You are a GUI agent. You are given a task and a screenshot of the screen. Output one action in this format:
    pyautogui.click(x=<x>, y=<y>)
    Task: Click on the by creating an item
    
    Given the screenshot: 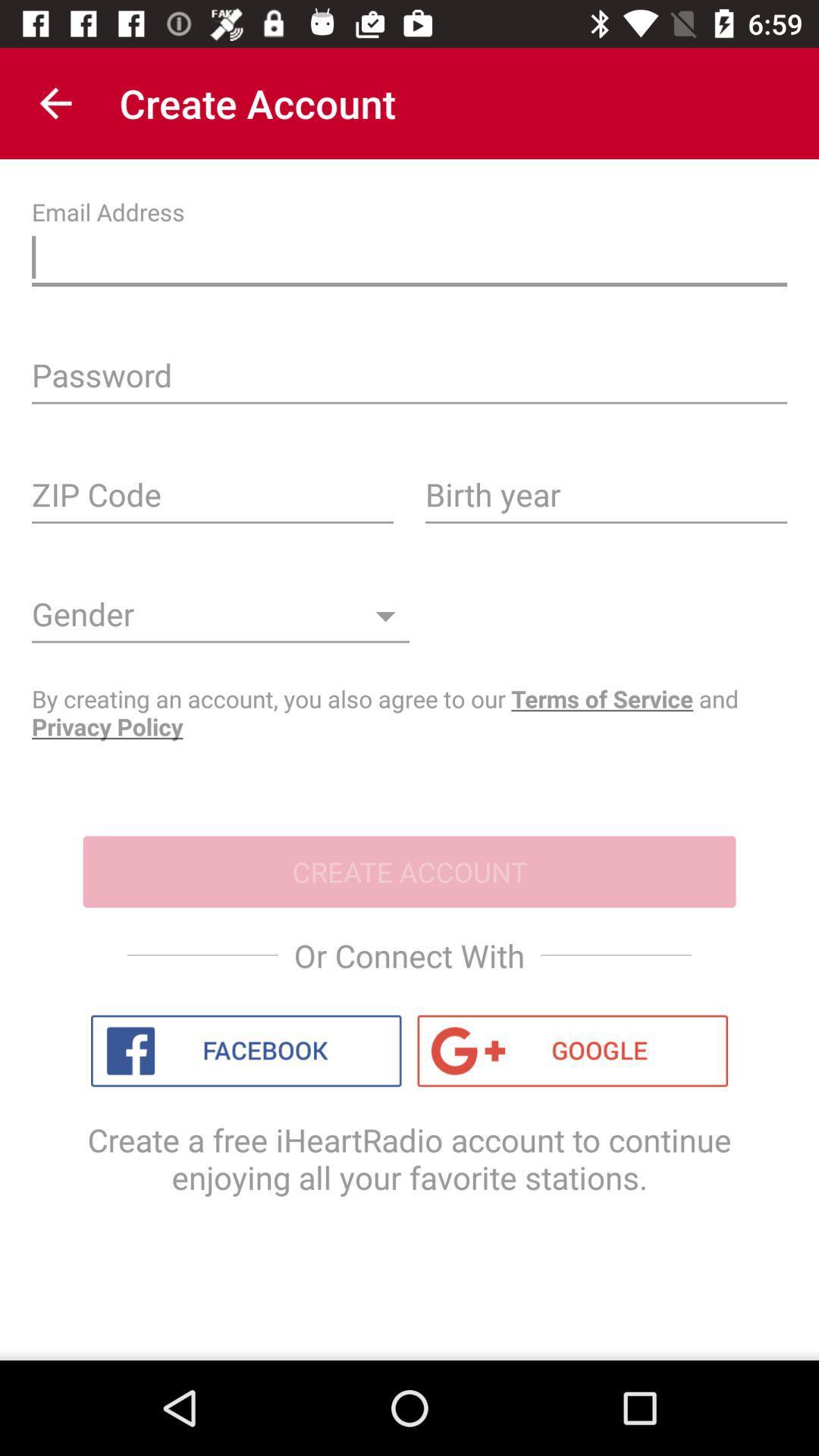 What is the action you would take?
    pyautogui.click(x=409, y=711)
    